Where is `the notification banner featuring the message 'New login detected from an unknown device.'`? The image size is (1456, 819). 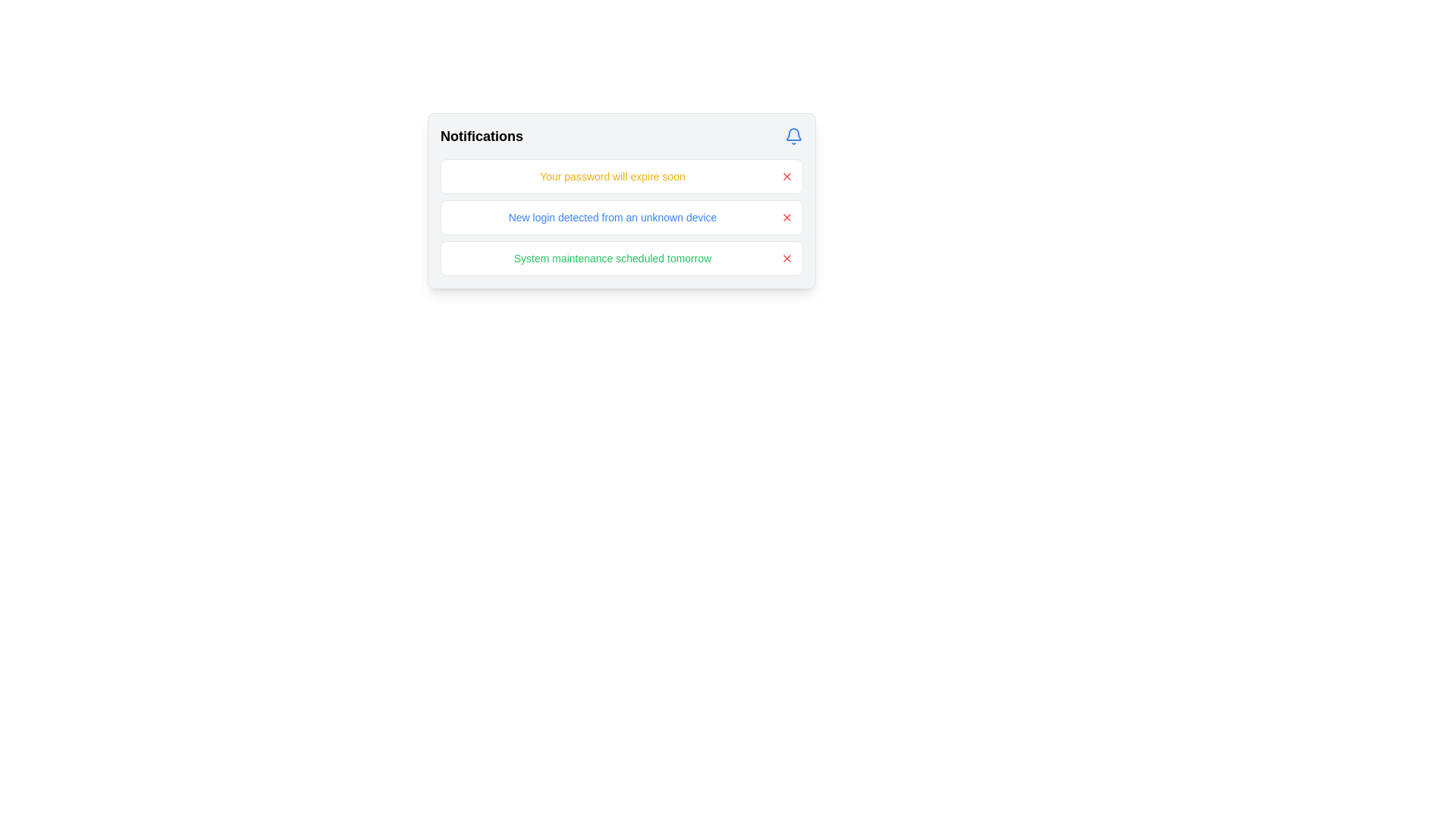 the notification banner featuring the message 'New login detected from an unknown device.' is located at coordinates (622, 217).